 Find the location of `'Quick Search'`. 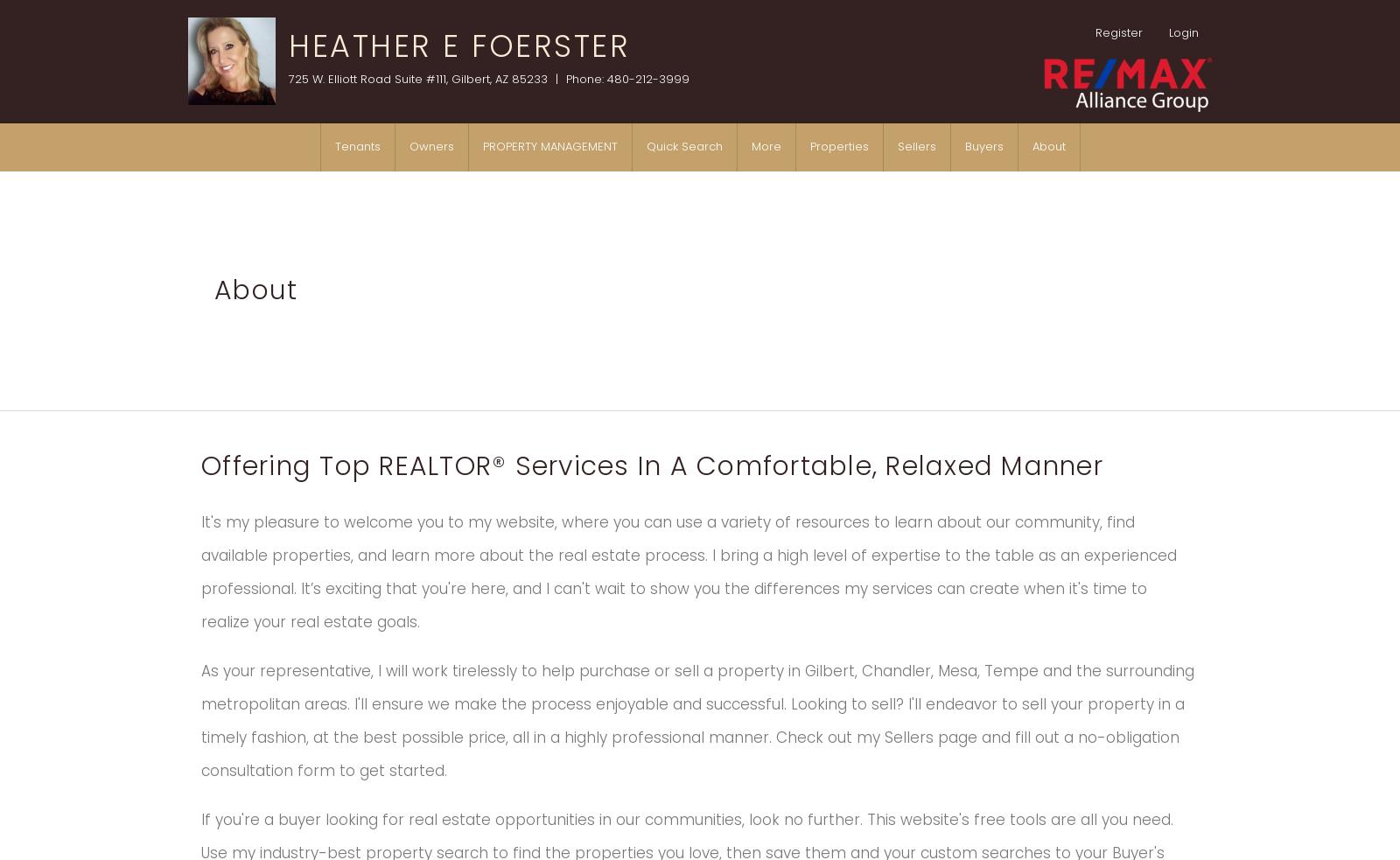

'Quick Search' is located at coordinates (683, 146).